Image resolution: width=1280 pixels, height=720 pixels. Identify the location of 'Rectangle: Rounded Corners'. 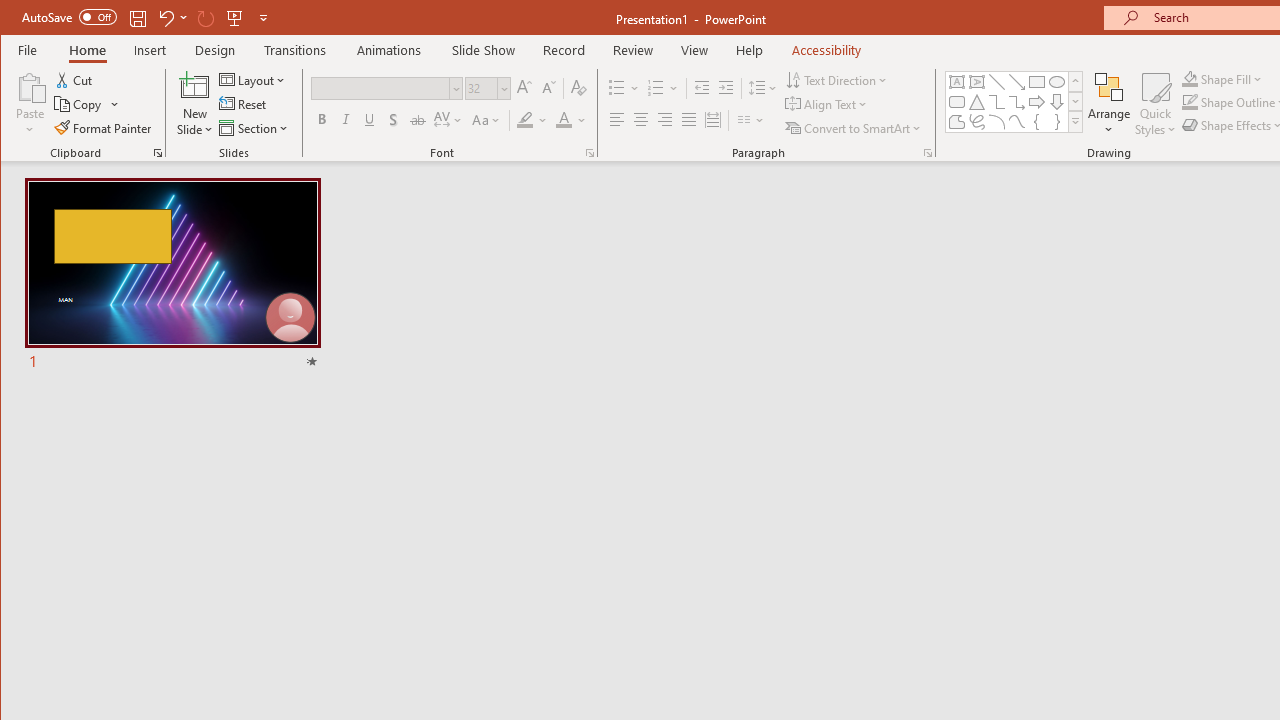
(955, 102).